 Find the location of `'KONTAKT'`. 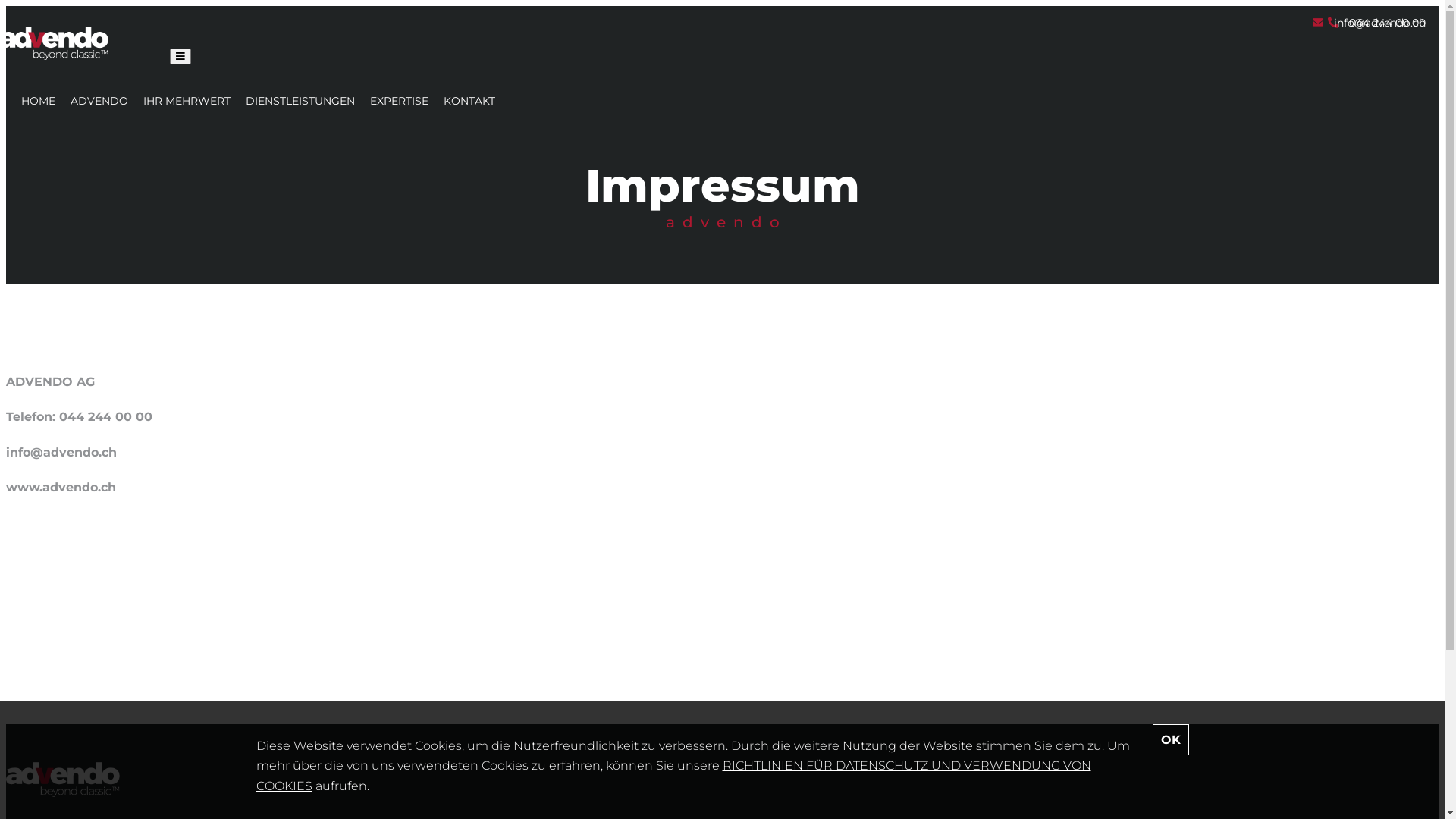

'KONTAKT' is located at coordinates (443, 100).